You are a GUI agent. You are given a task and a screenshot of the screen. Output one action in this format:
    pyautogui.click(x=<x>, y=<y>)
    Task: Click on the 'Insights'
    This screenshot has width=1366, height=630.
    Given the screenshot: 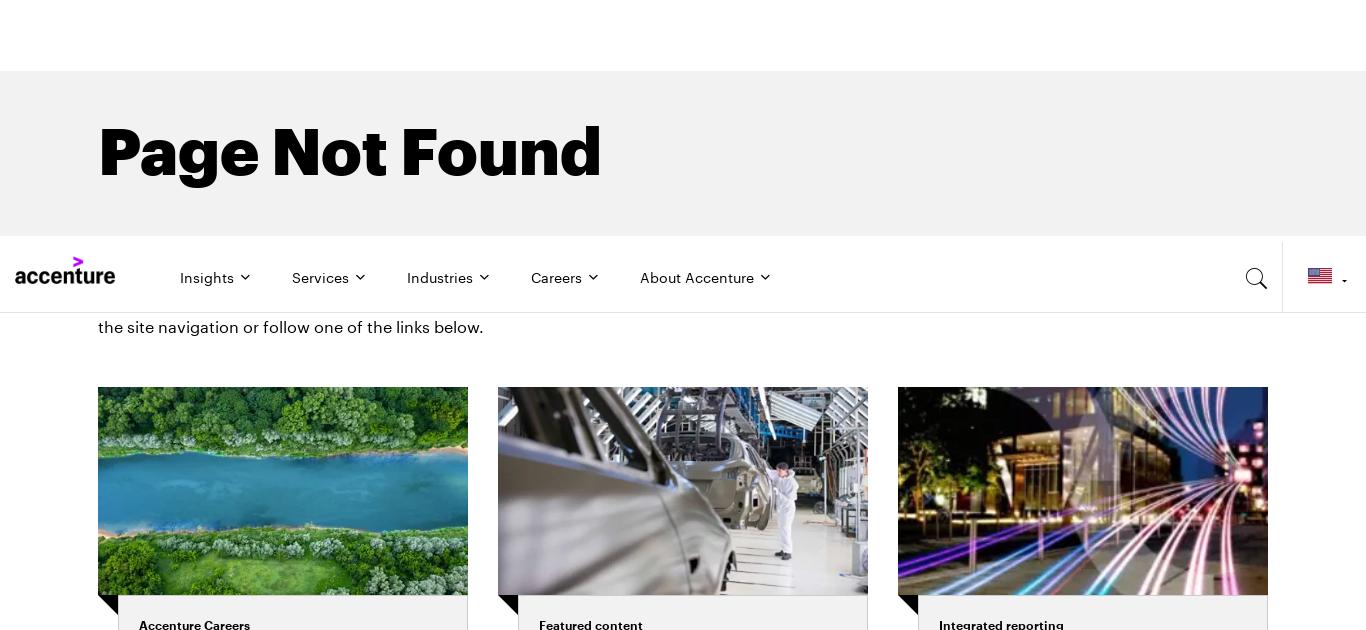 What is the action you would take?
    pyautogui.click(x=205, y=34)
    